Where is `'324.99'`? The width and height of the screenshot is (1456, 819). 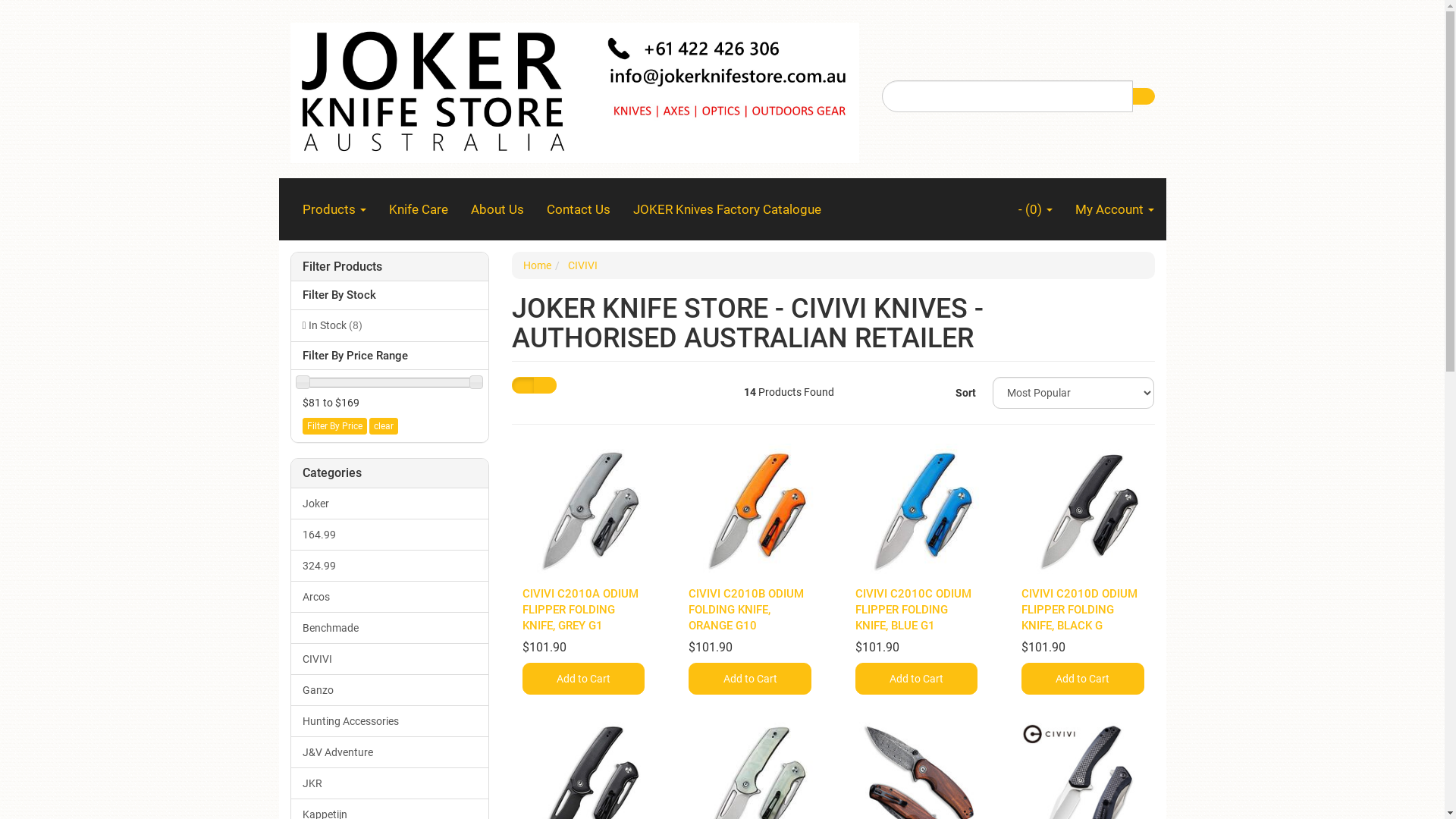 '324.99' is located at coordinates (390, 565).